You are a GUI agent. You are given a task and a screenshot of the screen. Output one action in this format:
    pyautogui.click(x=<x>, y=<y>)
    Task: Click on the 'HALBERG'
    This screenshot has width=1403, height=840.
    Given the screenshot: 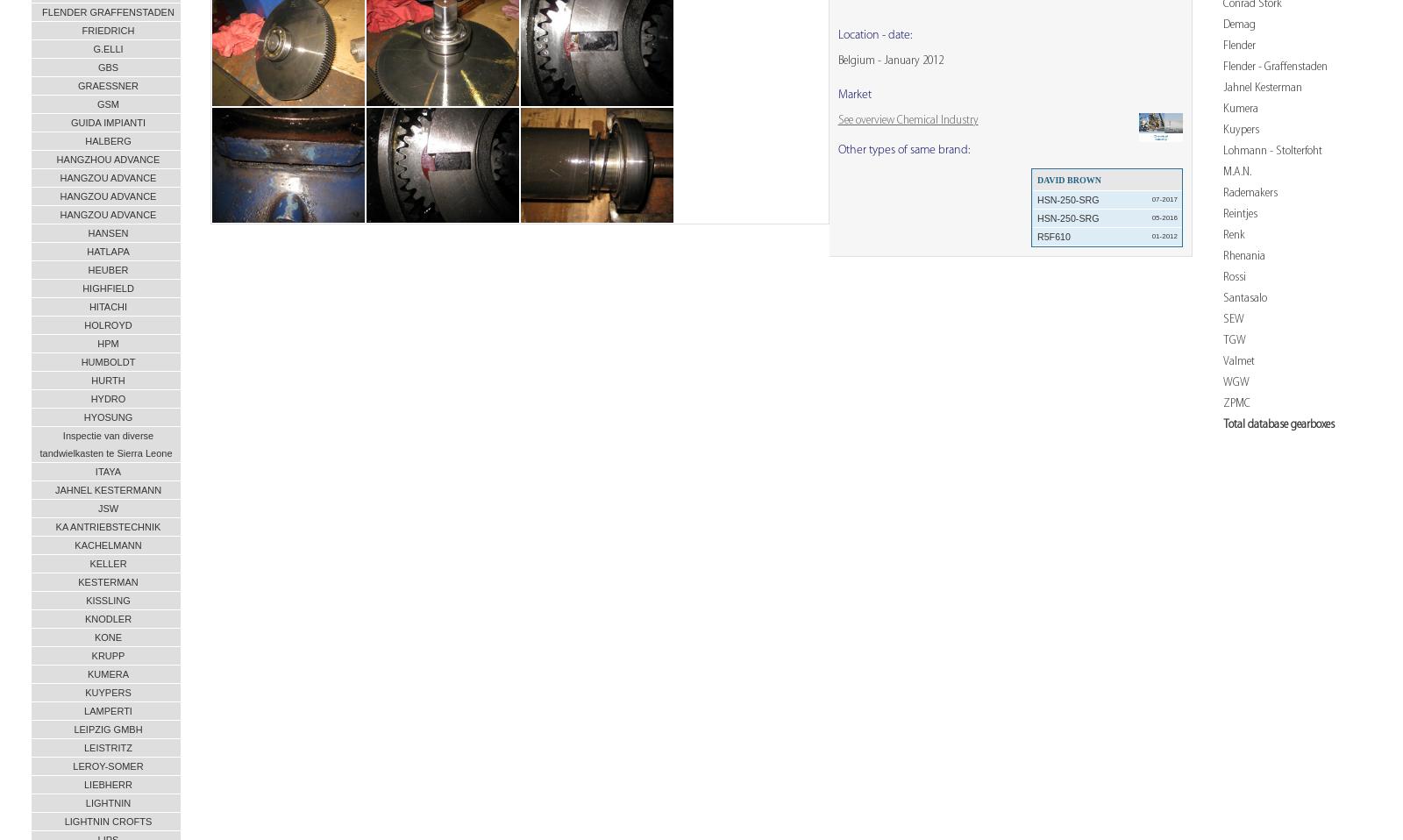 What is the action you would take?
    pyautogui.click(x=83, y=140)
    